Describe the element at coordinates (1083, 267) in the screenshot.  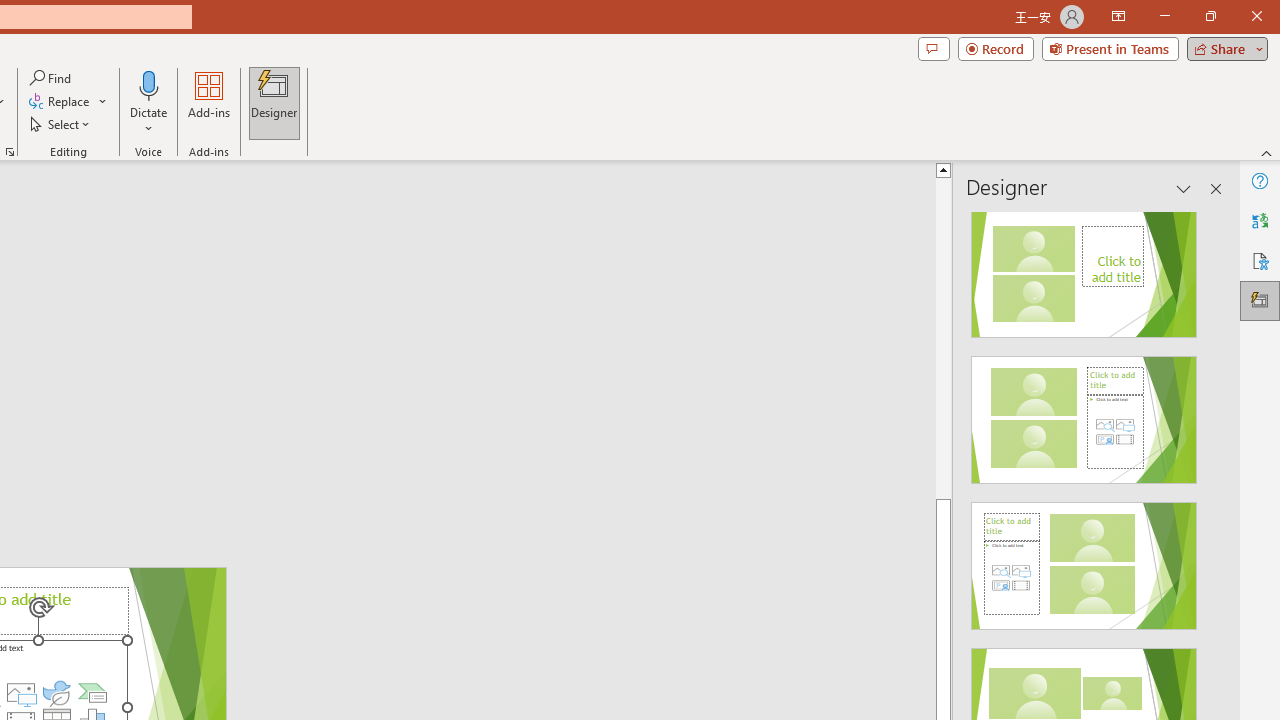
I see `'Recommended Design: Design Idea'` at that location.